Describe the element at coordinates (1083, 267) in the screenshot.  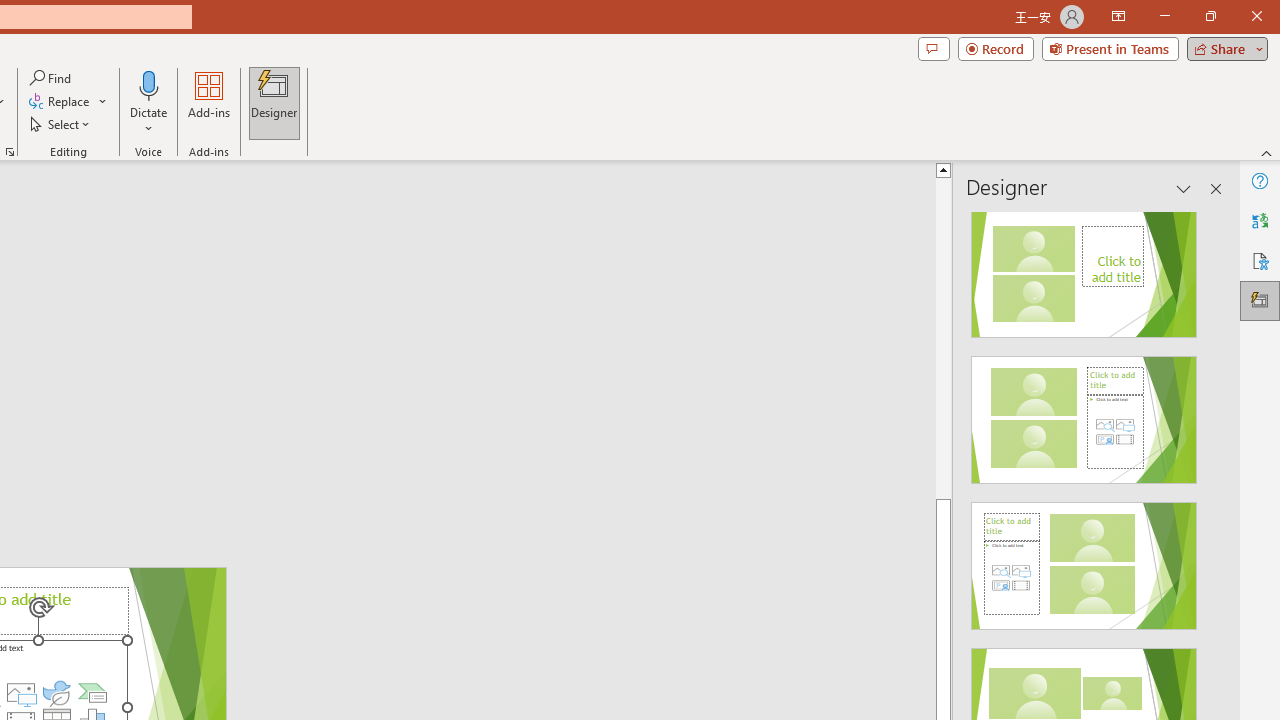
I see `'Recommended Design: Design Idea'` at that location.